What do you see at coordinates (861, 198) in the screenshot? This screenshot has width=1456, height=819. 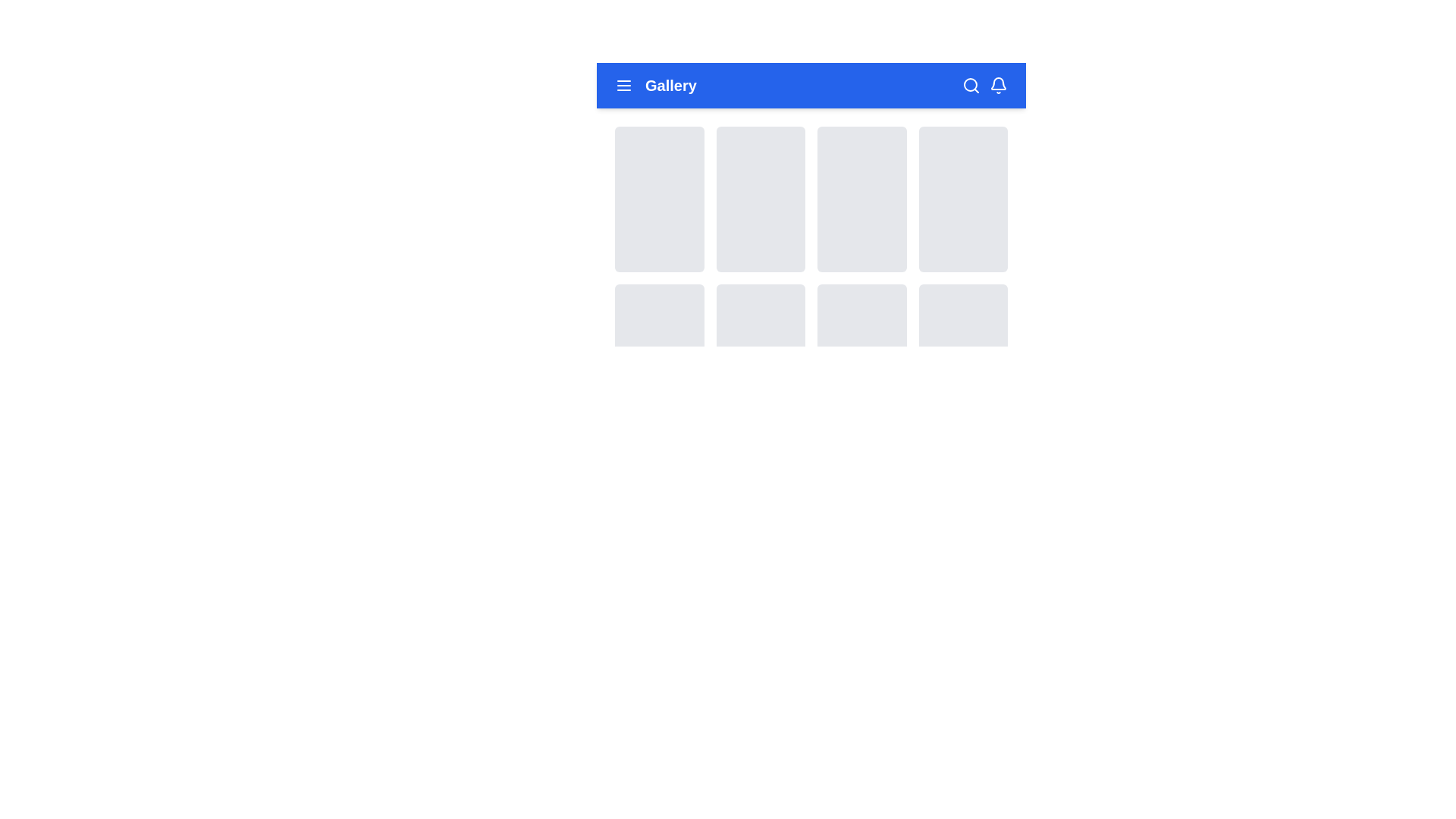 I see `the rectangular placeholder card with a light gray background and rounded corners in the third column of the first row` at bounding box center [861, 198].